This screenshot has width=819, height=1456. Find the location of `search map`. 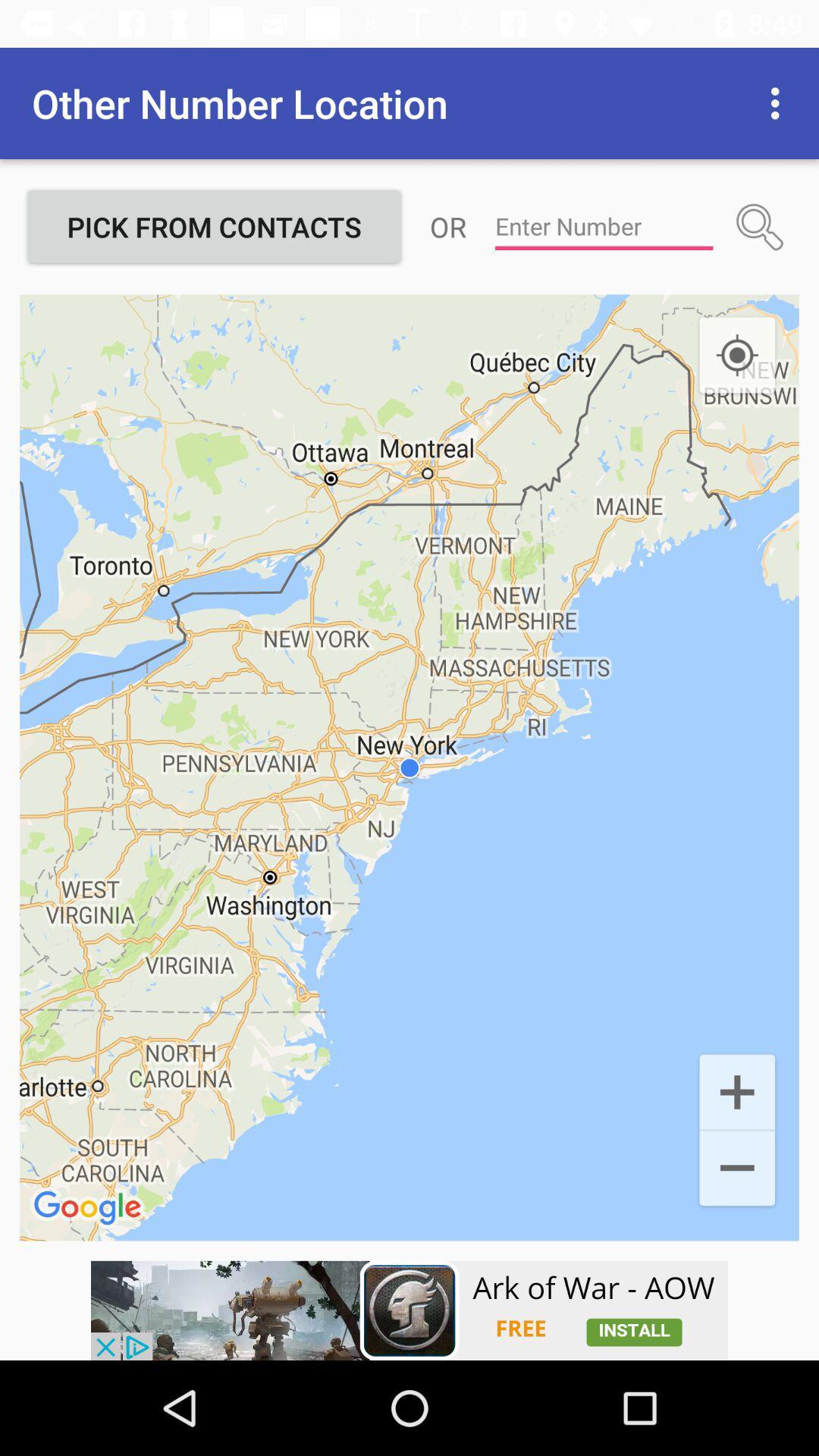

search map is located at coordinates (760, 226).